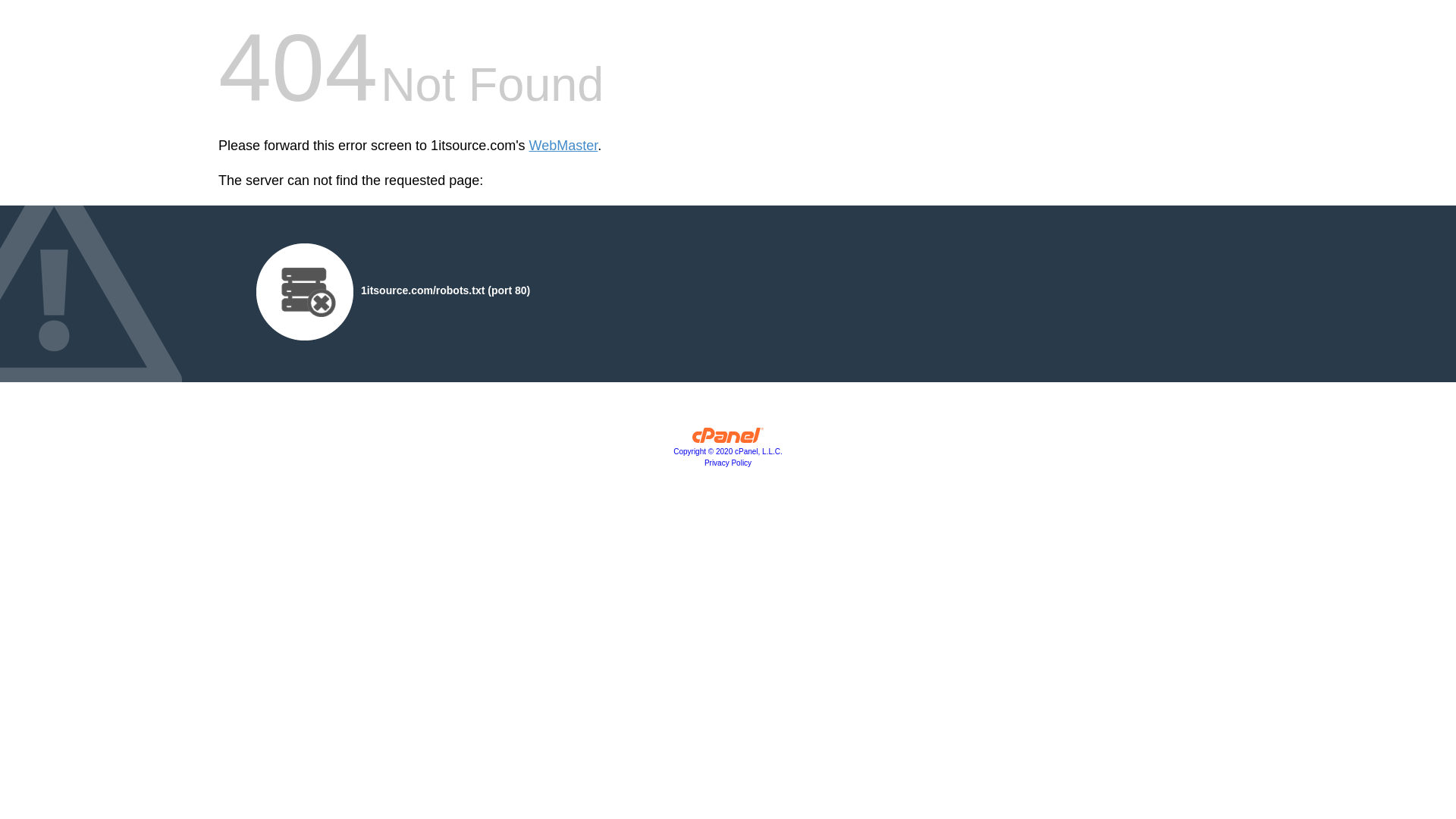 The height and width of the screenshot is (819, 1456). Describe the element at coordinates (728, 462) in the screenshot. I see `'Privacy Policy'` at that location.